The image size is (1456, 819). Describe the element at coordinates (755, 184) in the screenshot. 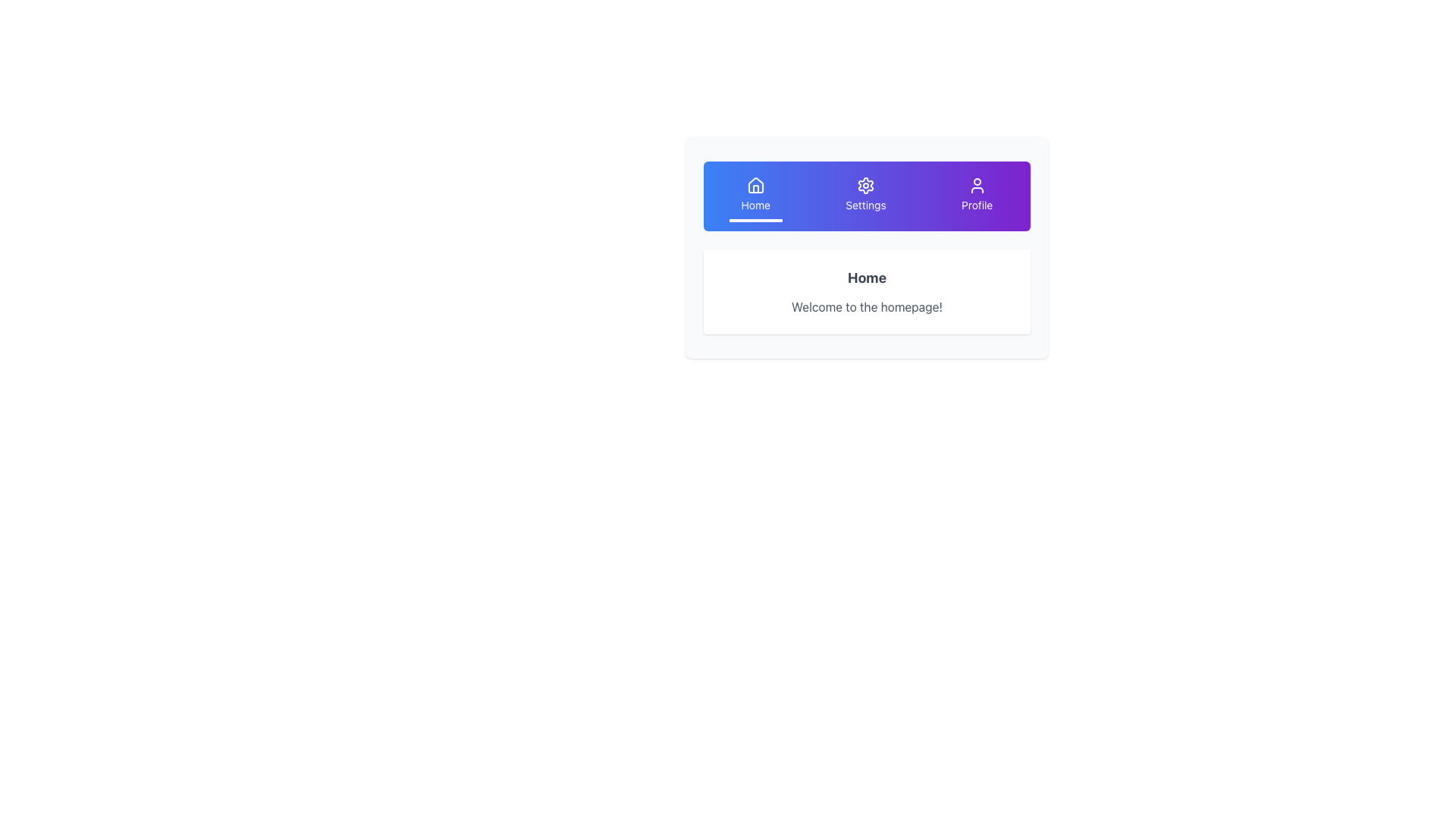

I see `the home icon, which is a simple stroke-based graphical representation of a house located in the blue section of the header bar, and is the leftmost icon among other icons` at that location.